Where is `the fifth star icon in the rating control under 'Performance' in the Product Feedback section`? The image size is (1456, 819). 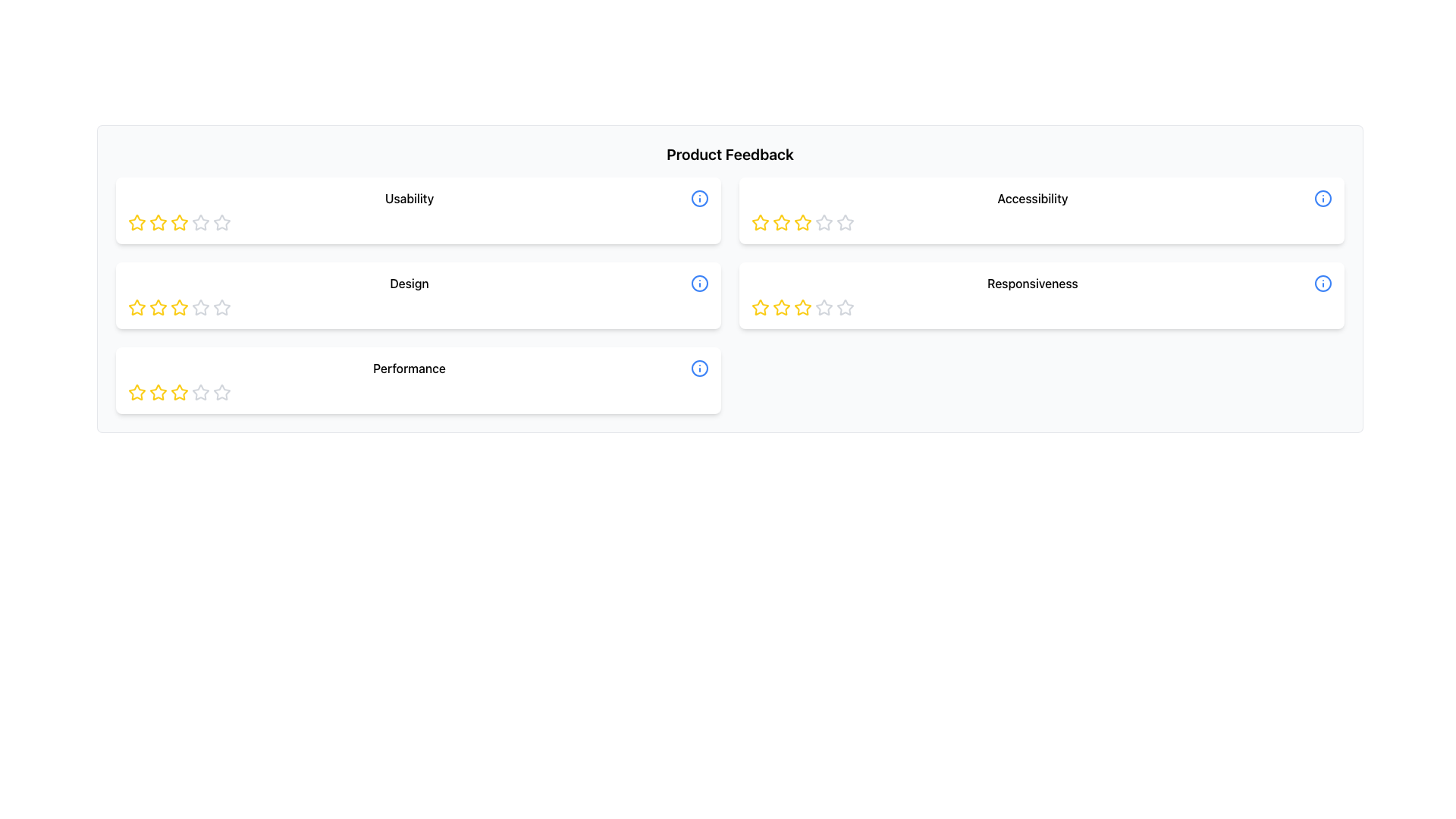
the fifth star icon in the rating control under 'Performance' in the Product Feedback section is located at coordinates (221, 391).